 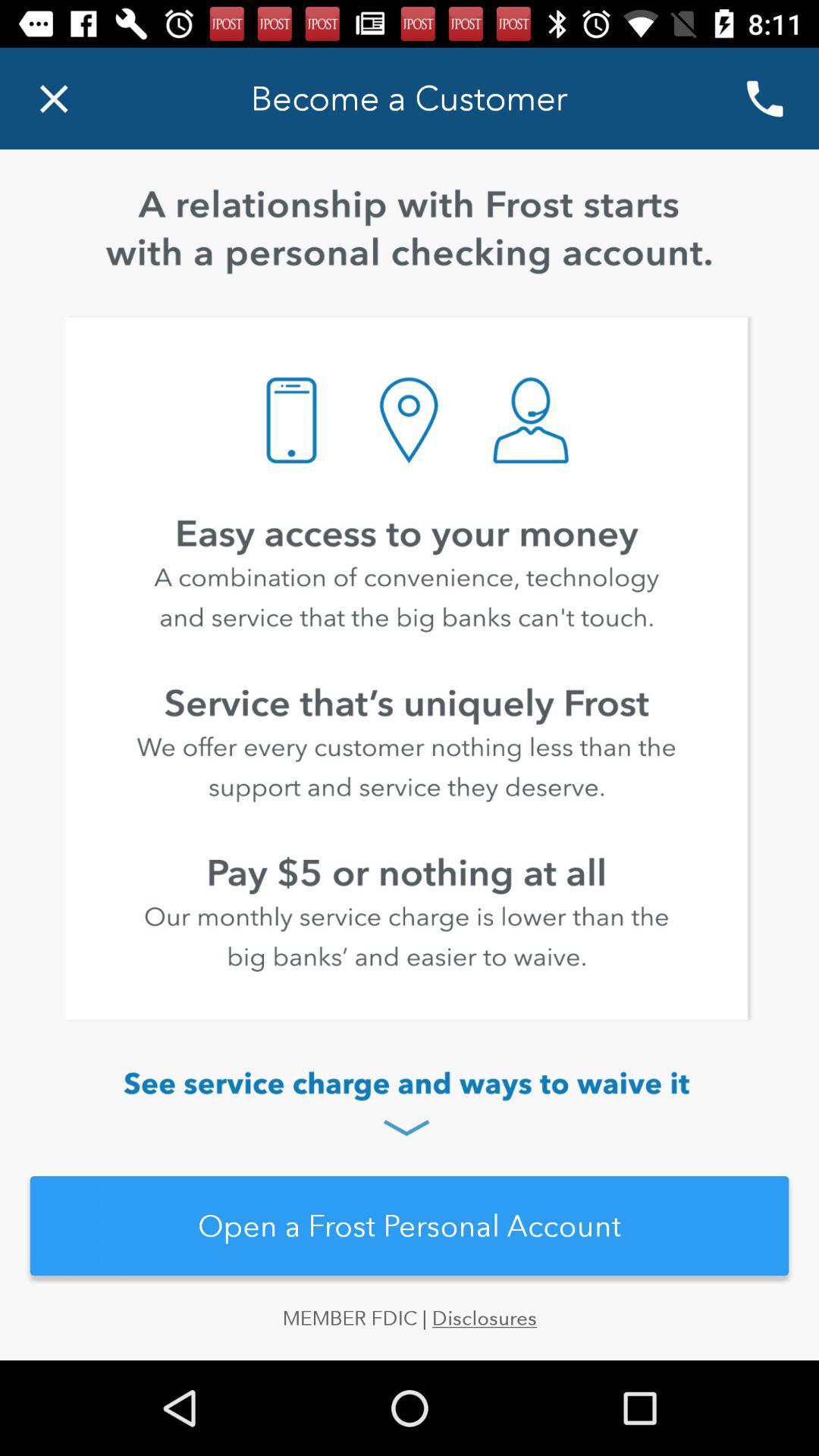 What do you see at coordinates (409, 1332) in the screenshot?
I see `the member fdic | disclosures icon` at bounding box center [409, 1332].